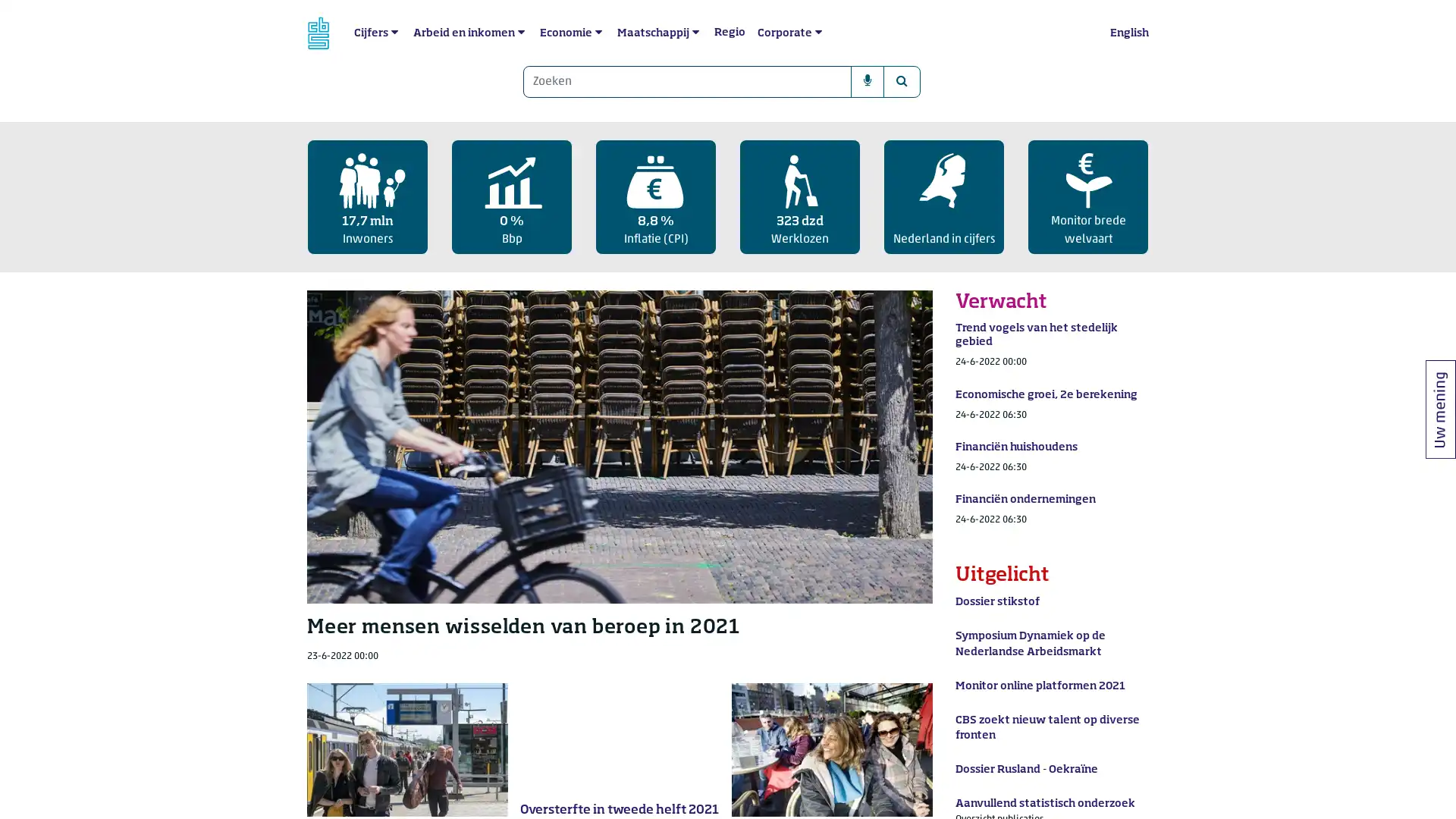 The width and height of the screenshot is (1456, 819). I want to click on submenu Arbeid en inkomen, so click(521, 32).